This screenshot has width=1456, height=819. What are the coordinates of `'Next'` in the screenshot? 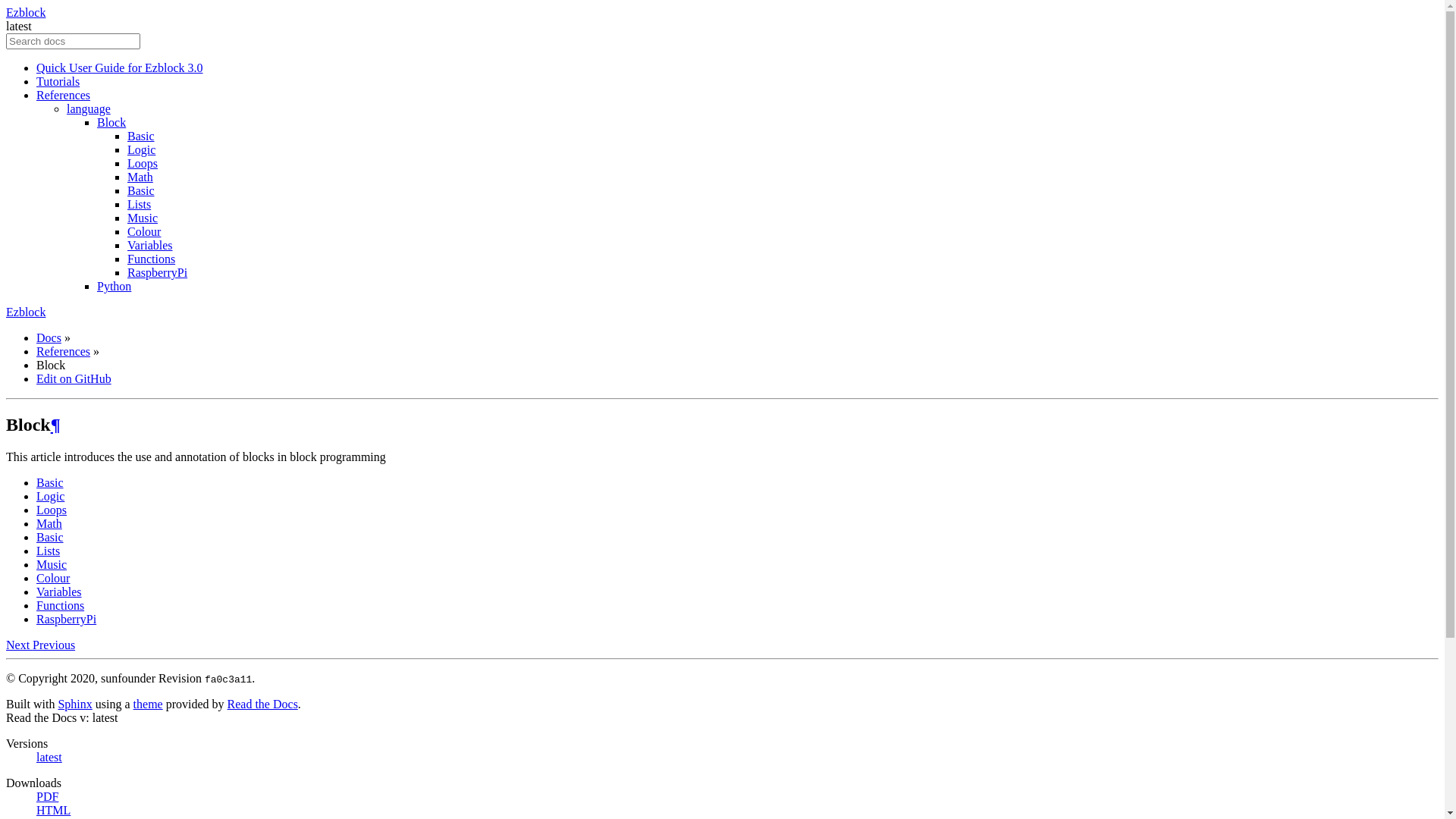 It's located at (19, 645).